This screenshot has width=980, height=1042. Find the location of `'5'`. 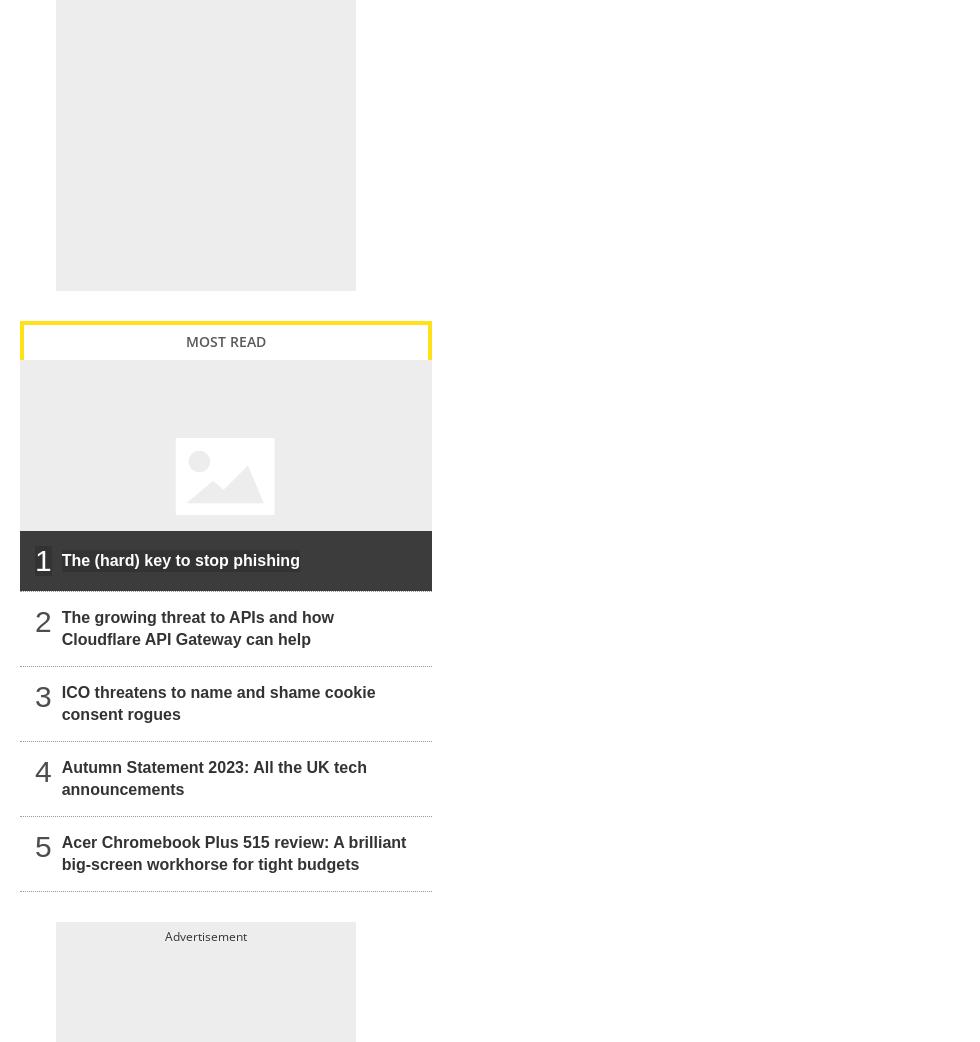

'5' is located at coordinates (43, 846).